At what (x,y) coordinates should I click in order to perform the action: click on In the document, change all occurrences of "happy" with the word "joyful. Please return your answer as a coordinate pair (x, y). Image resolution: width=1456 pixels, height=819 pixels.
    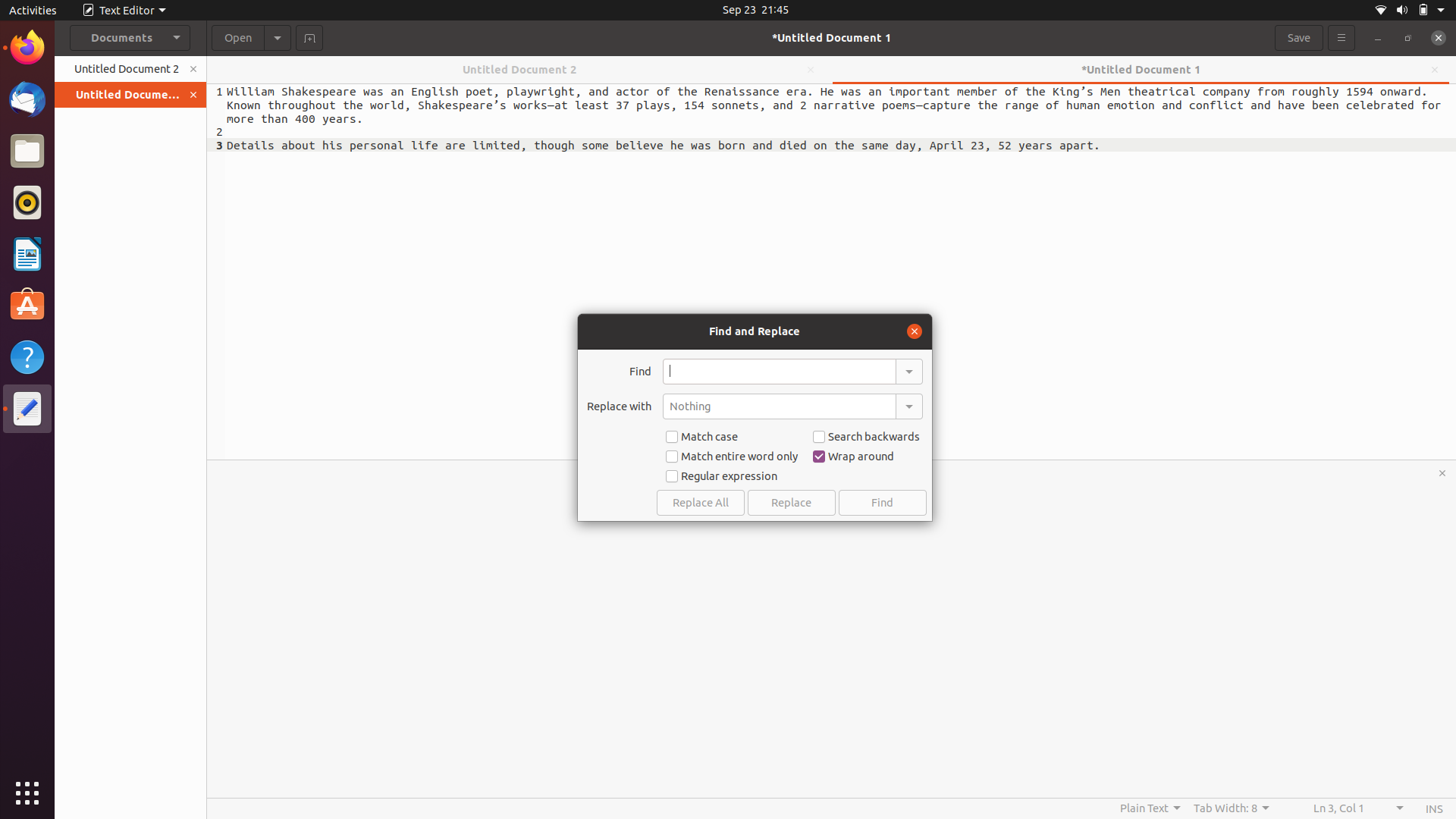
    Looking at the image, I should click on (779, 371).